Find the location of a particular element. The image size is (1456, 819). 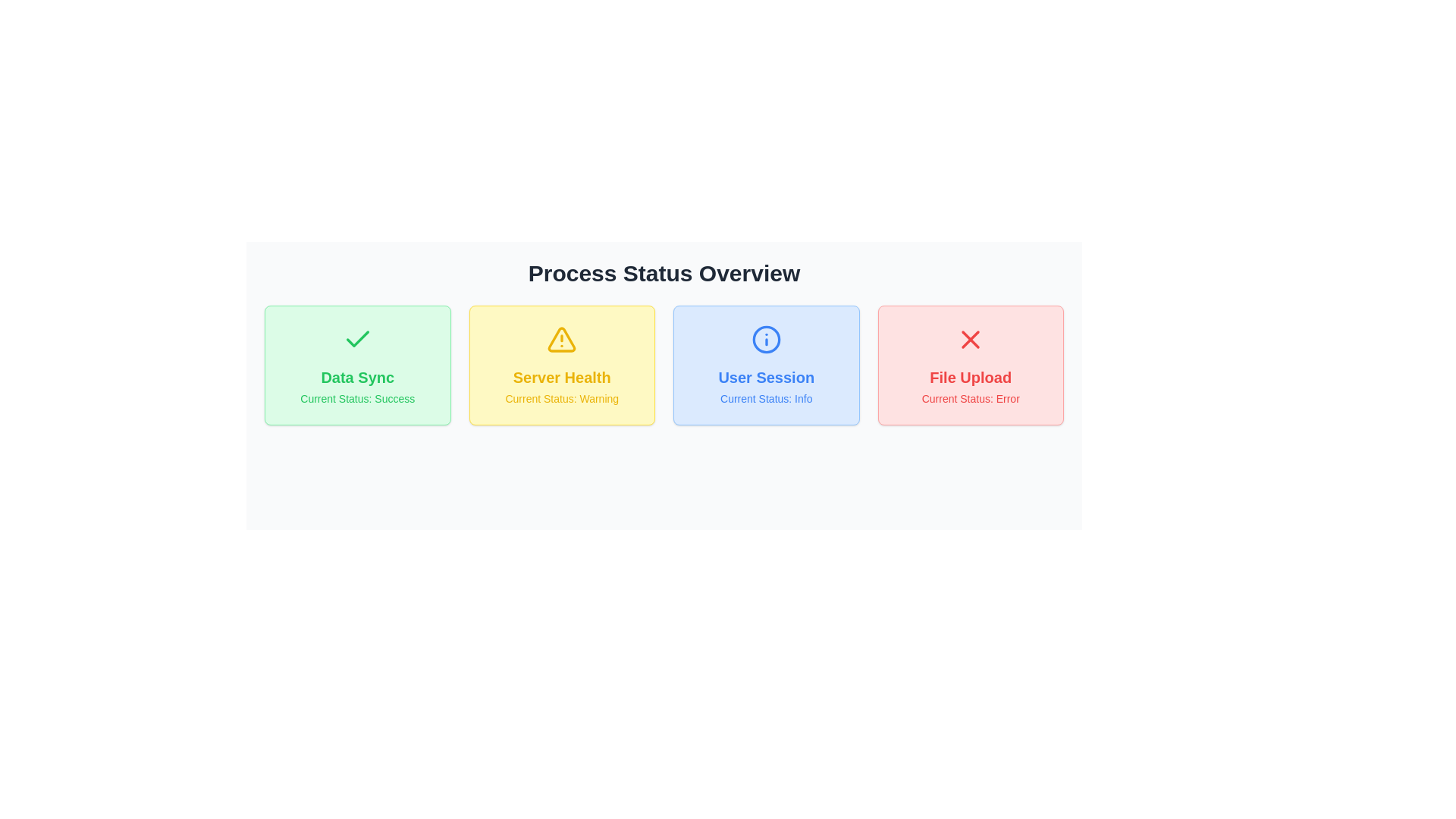

the triangular warning icon indicating the 'Server Health' status within the 'Process Status Overview' section is located at coordinates (561, 338).